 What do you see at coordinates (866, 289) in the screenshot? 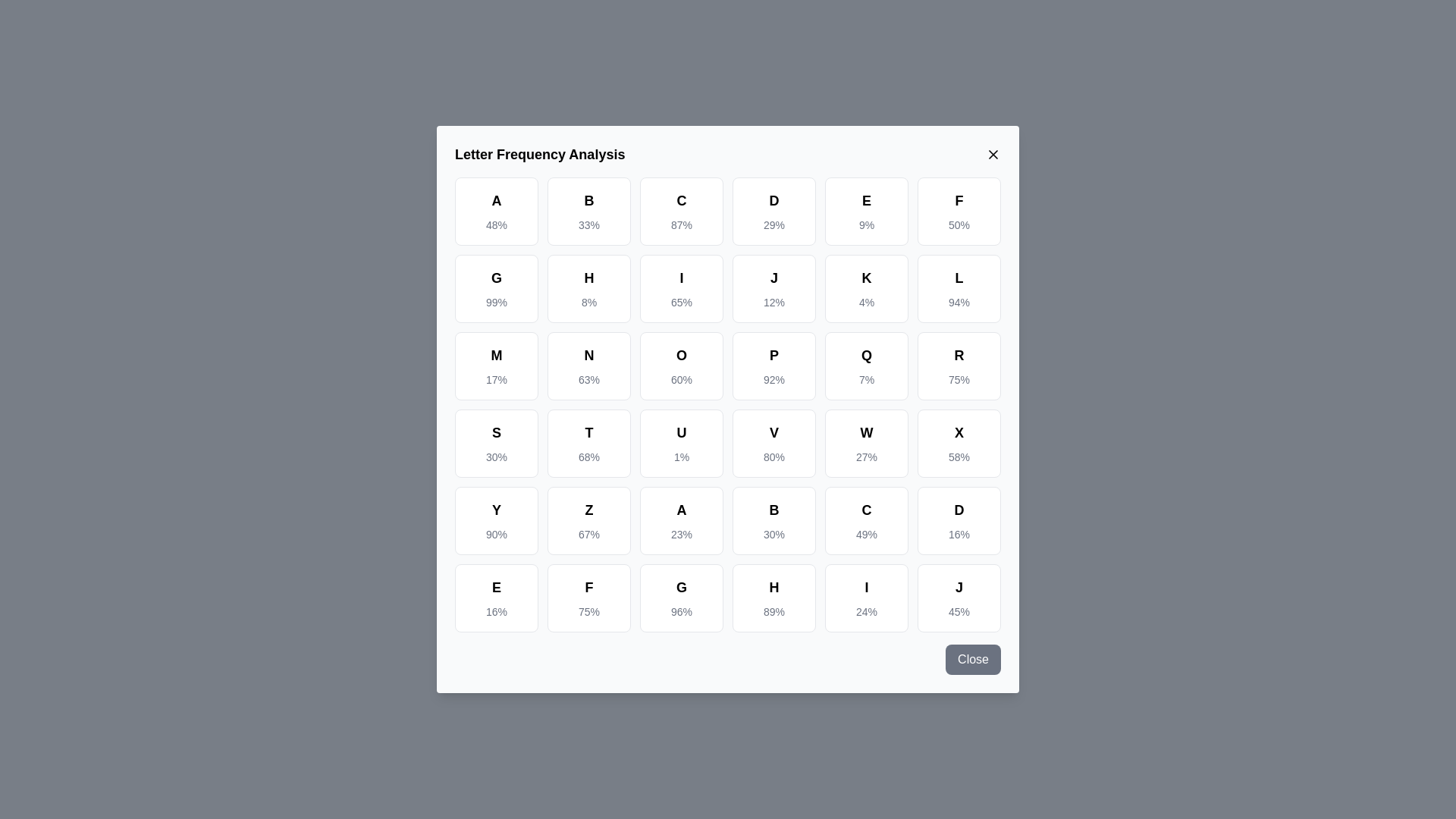
I see `the cell corresponding to the letter K` at bounding box center [866, 289].